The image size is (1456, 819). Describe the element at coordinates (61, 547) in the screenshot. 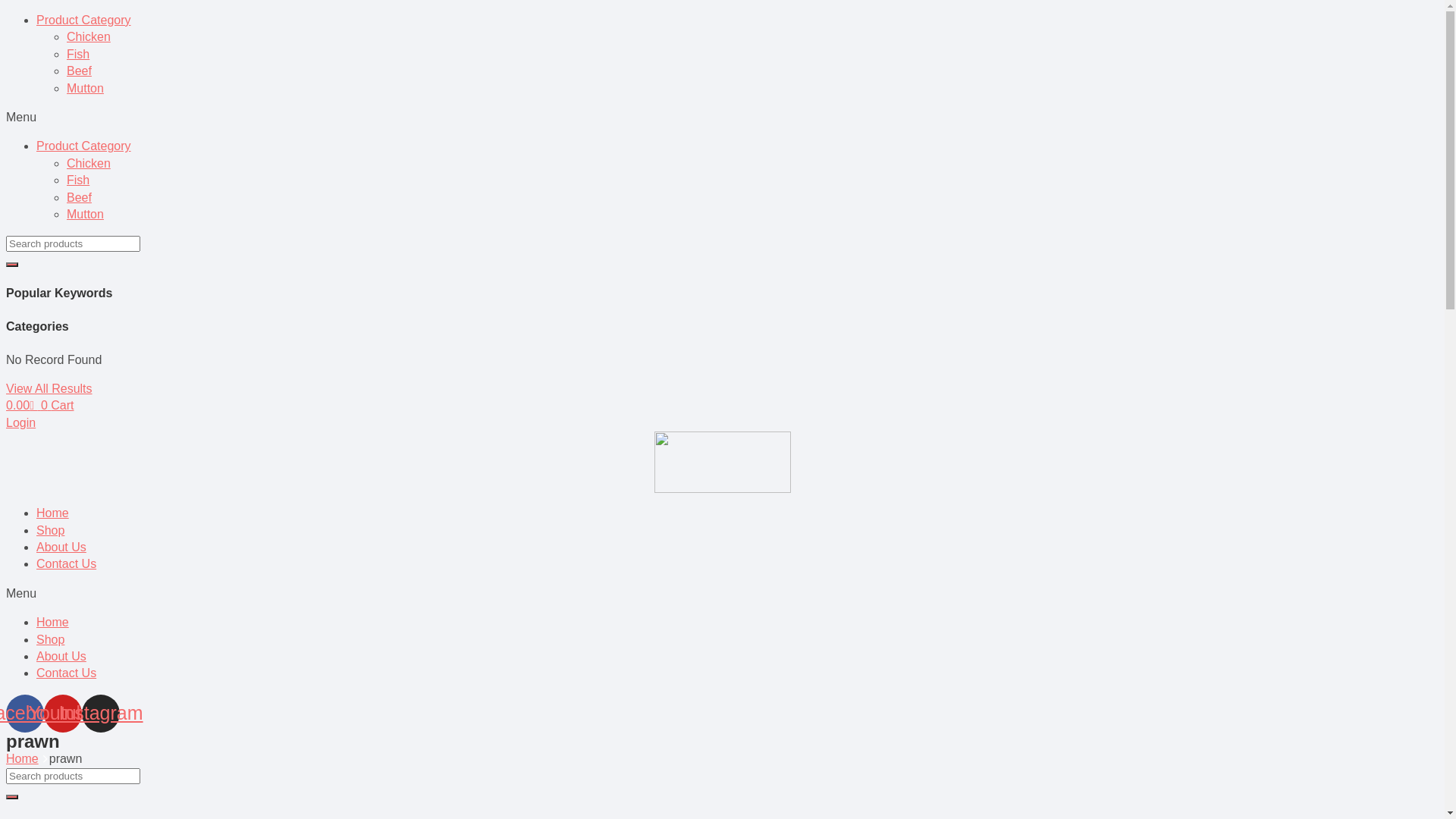

I see `'About Us'` at that location.